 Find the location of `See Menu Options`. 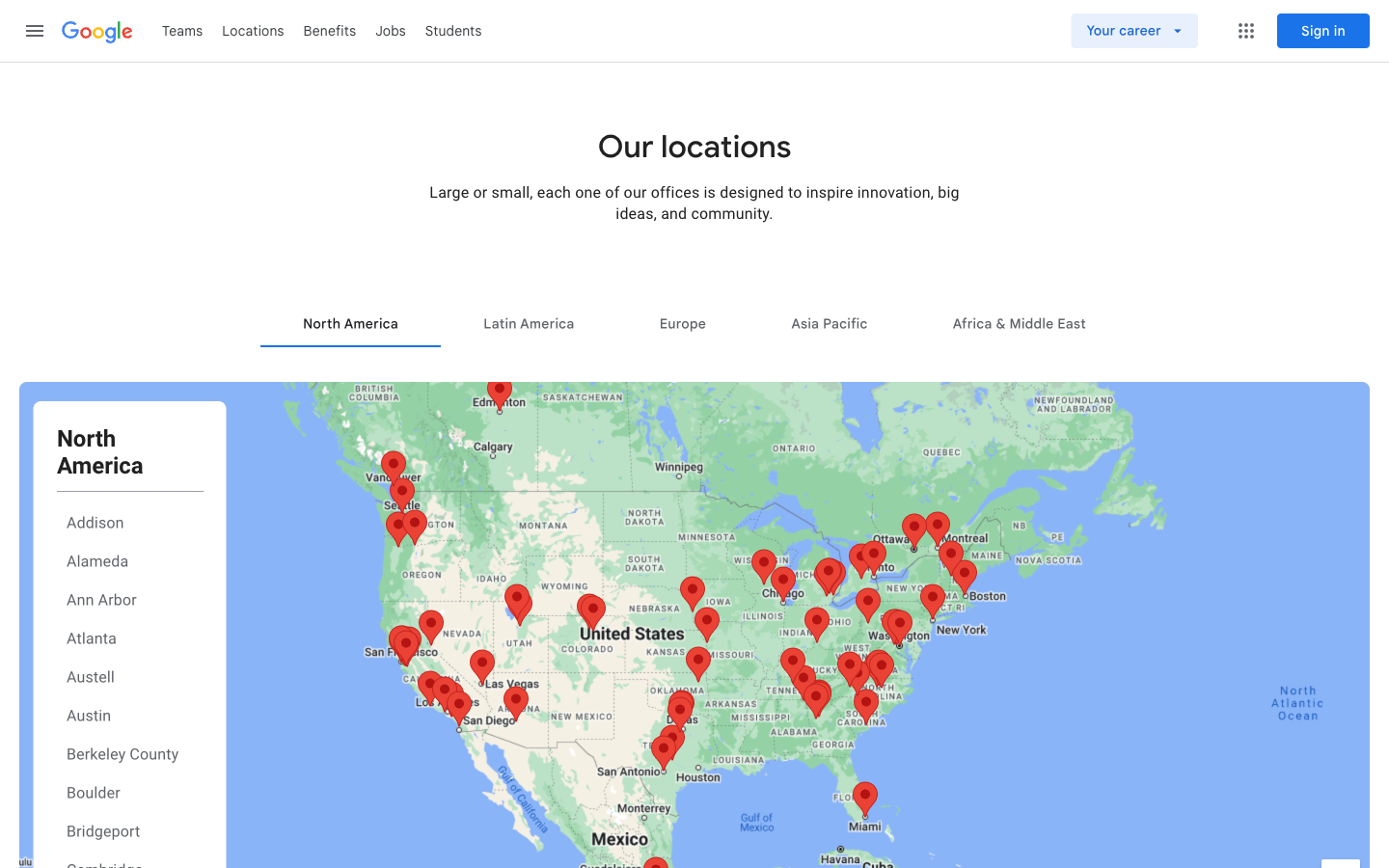

See Menu Options is located at coordinates (1245, 30).